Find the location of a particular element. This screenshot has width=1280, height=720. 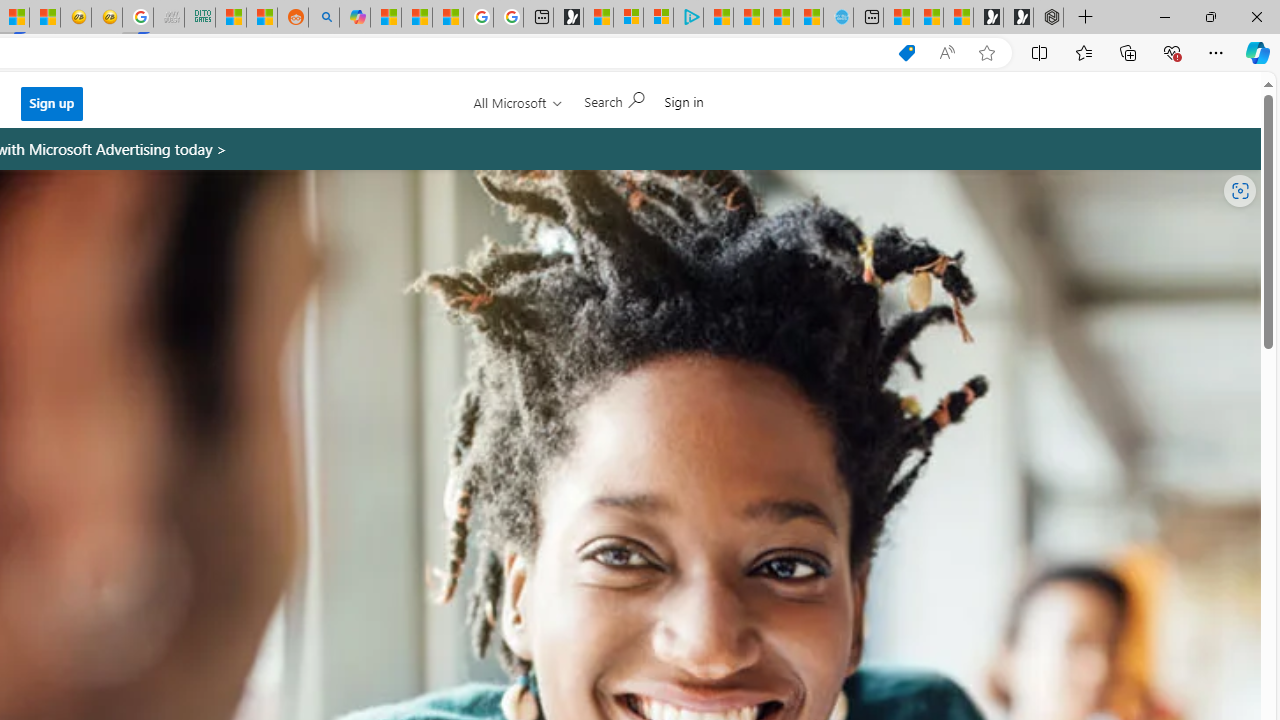

'DITOGAMES AG Imprint' is located at coordinates (200, 17).